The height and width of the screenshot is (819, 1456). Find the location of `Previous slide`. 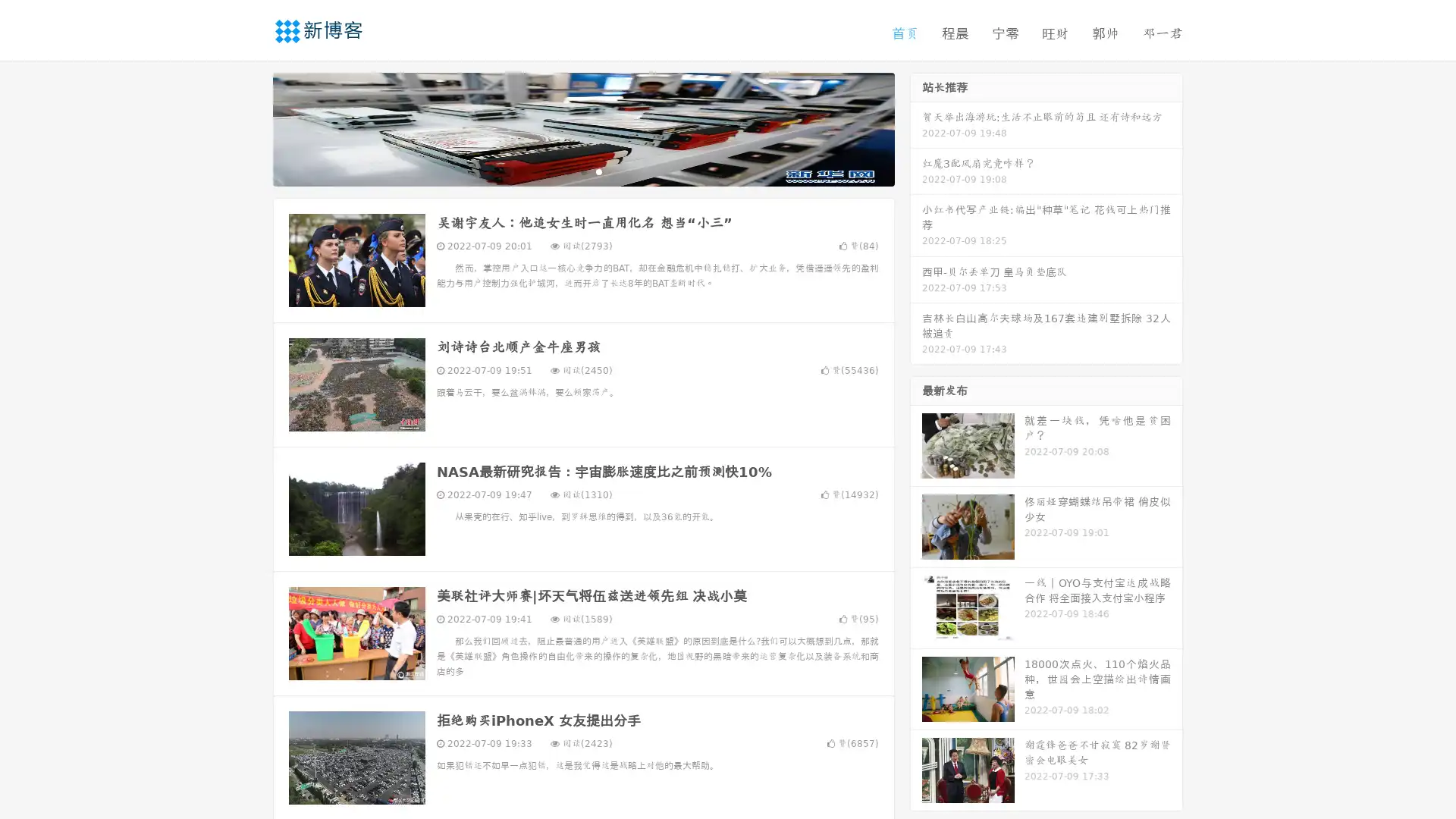

Previous slide is located at coordinates (250, 127).